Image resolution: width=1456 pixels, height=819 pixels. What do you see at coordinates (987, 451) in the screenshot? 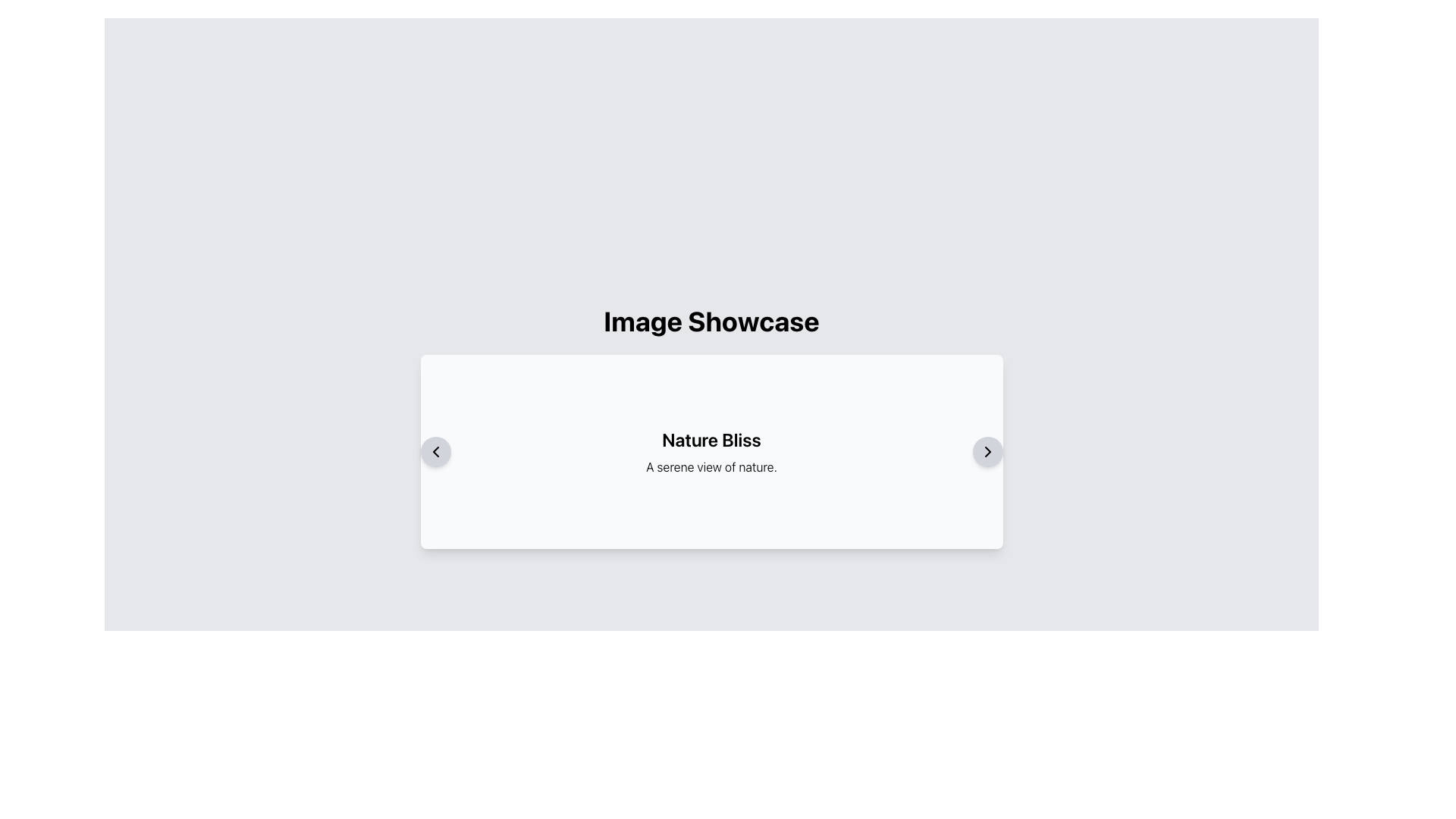
I see `the circular navigation button with a rightward-pointing chevron icon` at bounding box center [987, 451].